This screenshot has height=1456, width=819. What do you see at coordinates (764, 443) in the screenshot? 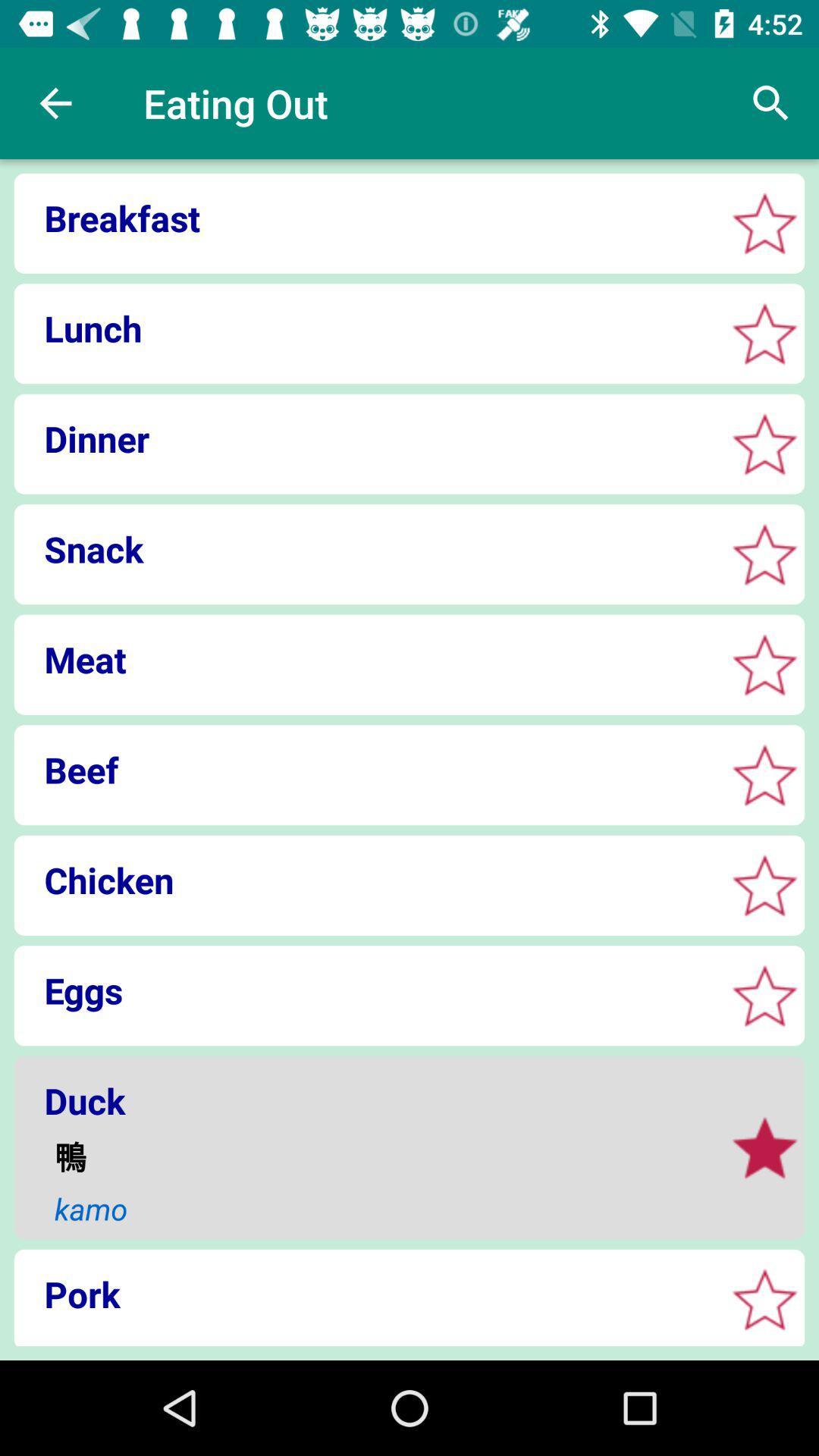
I see `symbol` at bounding box center [764, 443].